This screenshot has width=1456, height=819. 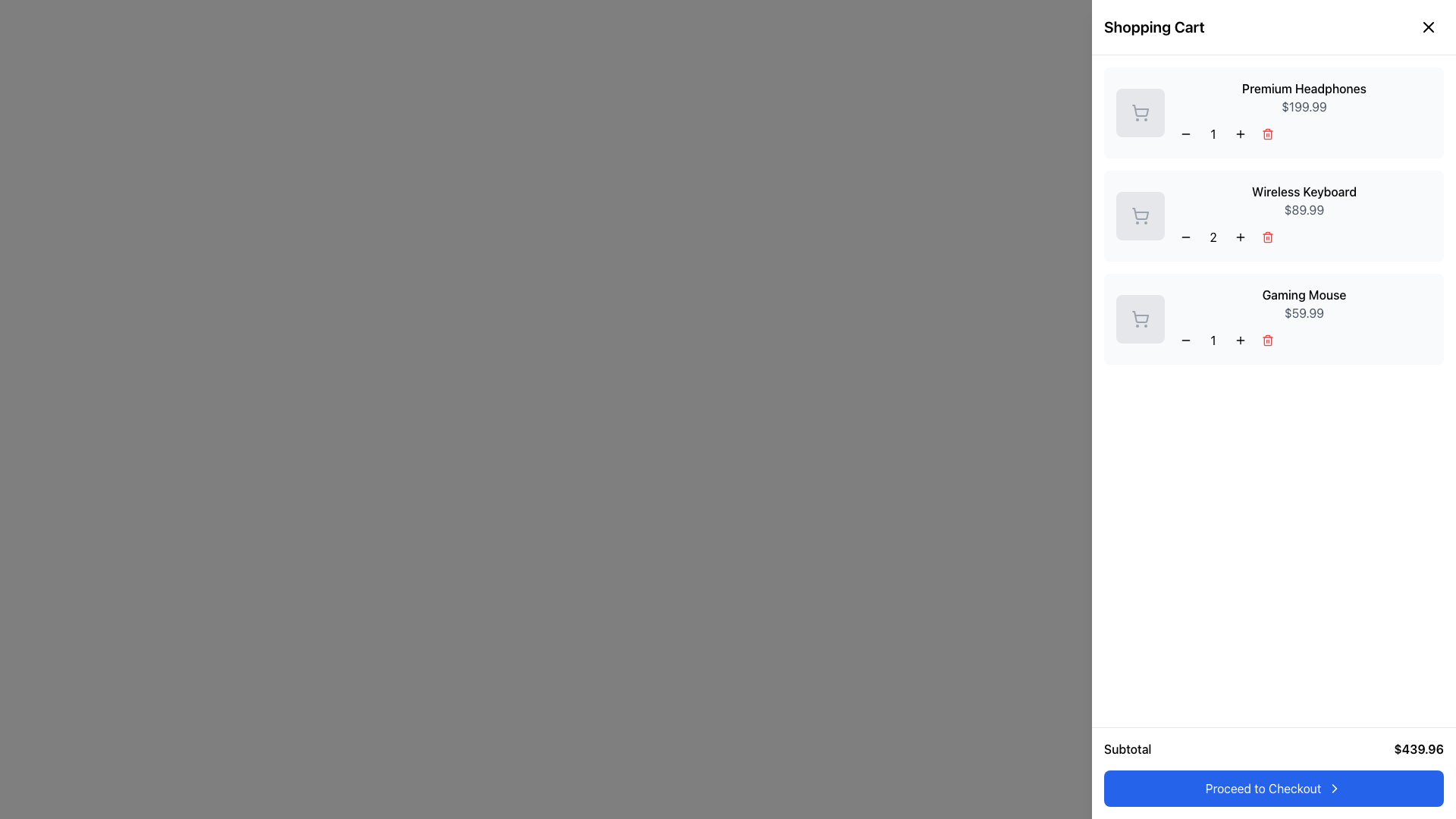 What do you see at coordinates (1141, 214) in the screenshot?
I see `the shopping cart icon, which is a gray, line-drawing style graphical representation located to the left of the 'Wireless Keyboard' entry in the shopping cart UI` at bounding box center [1141, 214].